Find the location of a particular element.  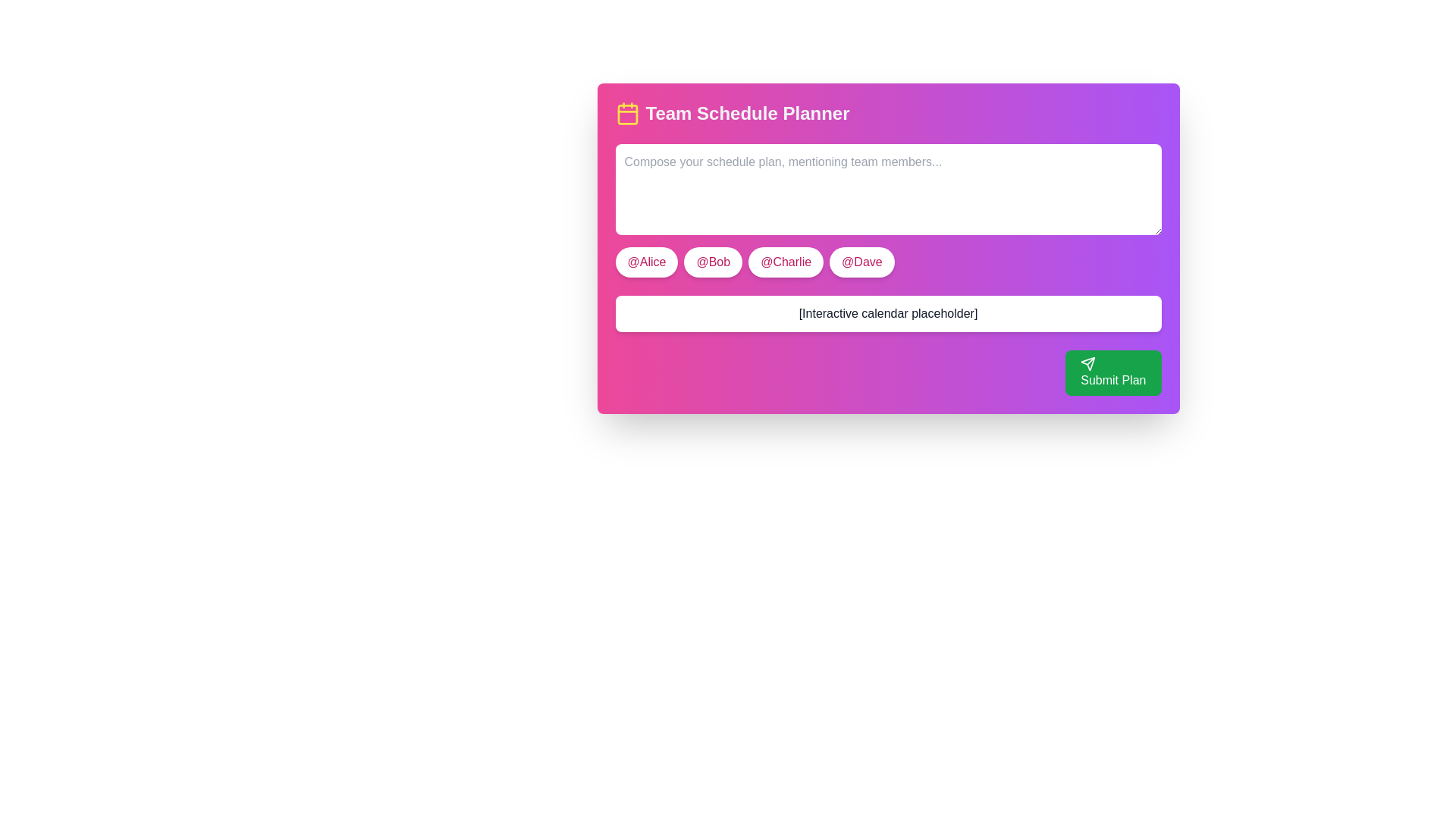

the fourth pill-shaped tag for 'Dave' in the Team Schedule Planner interface is located at coordinates (888, 247).